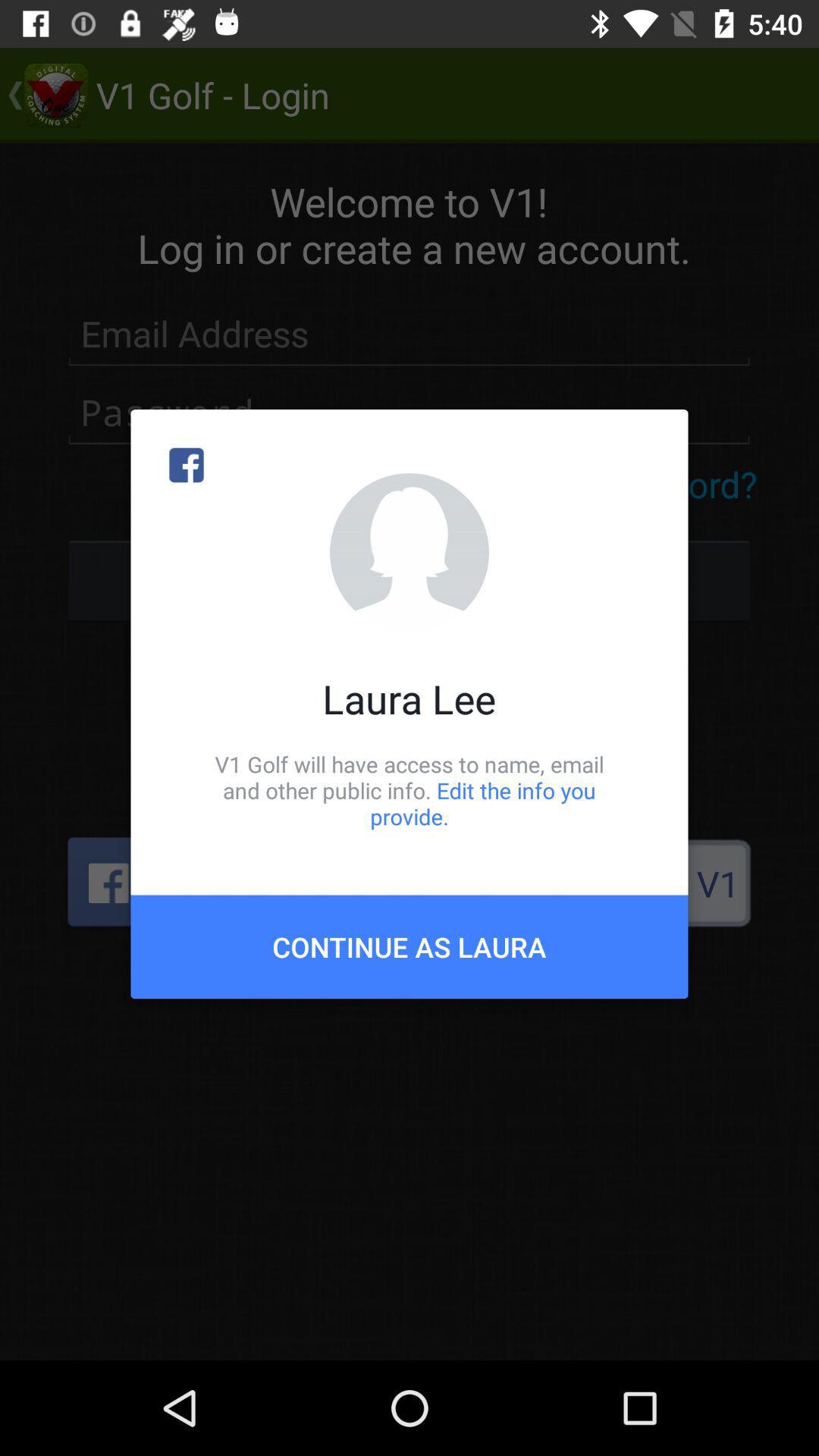 The height and width of the screenshot is (1456, 819). I want to click on the icon below the v1 golf will item, so click(409, 946).